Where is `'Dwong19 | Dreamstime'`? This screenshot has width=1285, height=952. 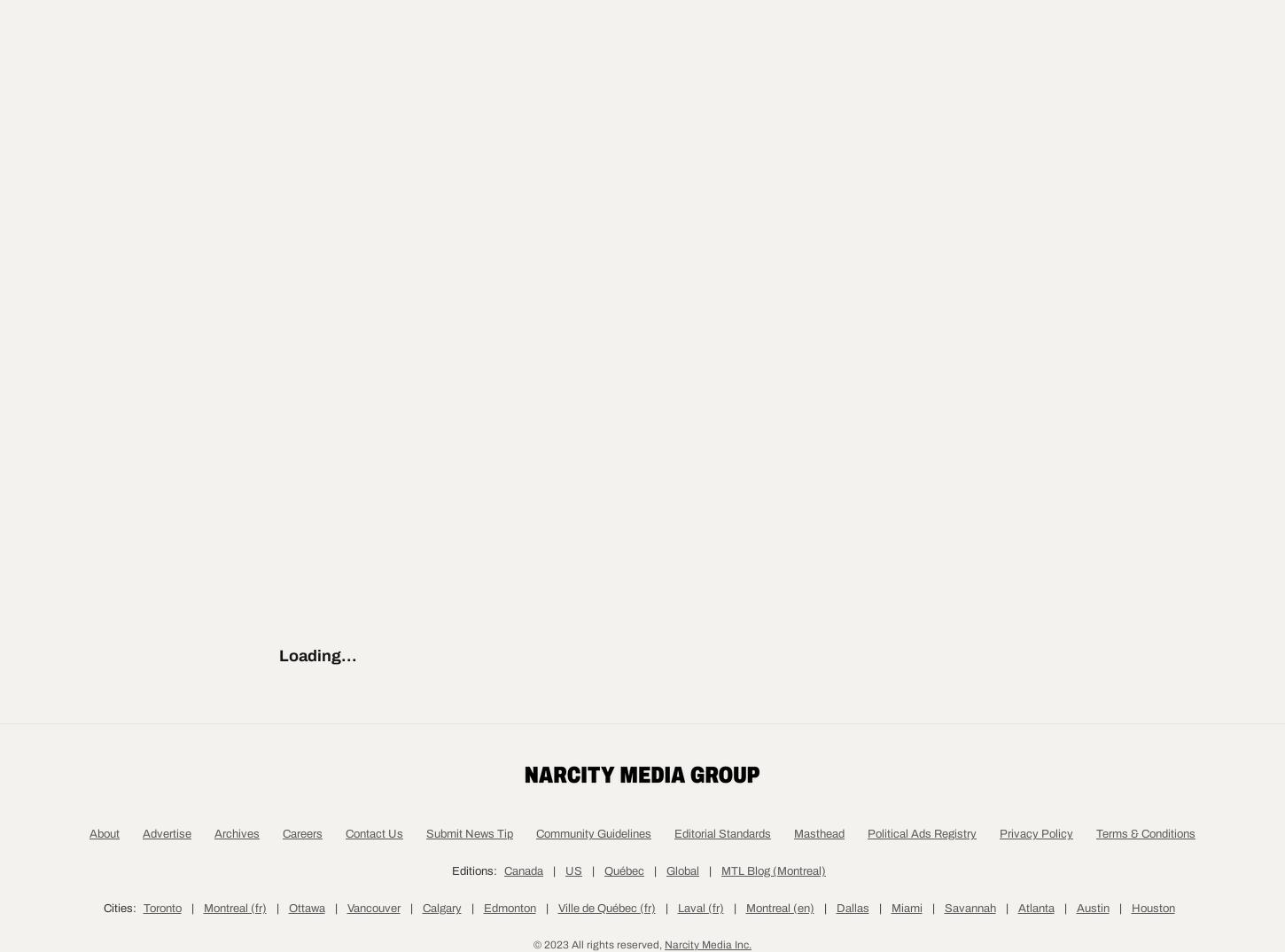 'Dwong19 | Dreamstime' is located at coordinates (516, 412).